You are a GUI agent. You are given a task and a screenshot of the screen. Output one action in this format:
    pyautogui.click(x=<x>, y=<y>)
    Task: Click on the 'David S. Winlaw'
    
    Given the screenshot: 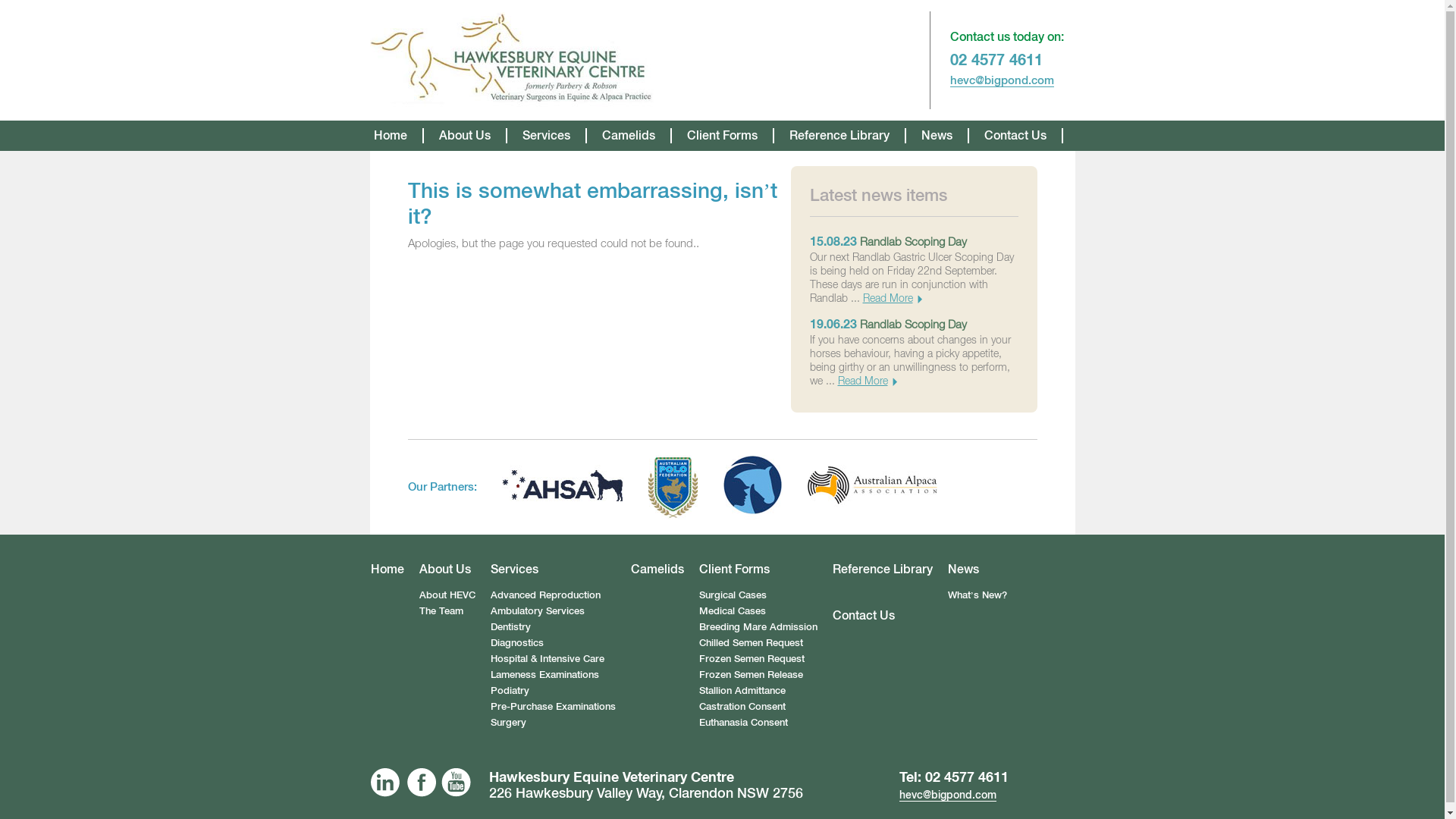 What is the action you would take?
    pyautogui.click(x=512, y=59)
    